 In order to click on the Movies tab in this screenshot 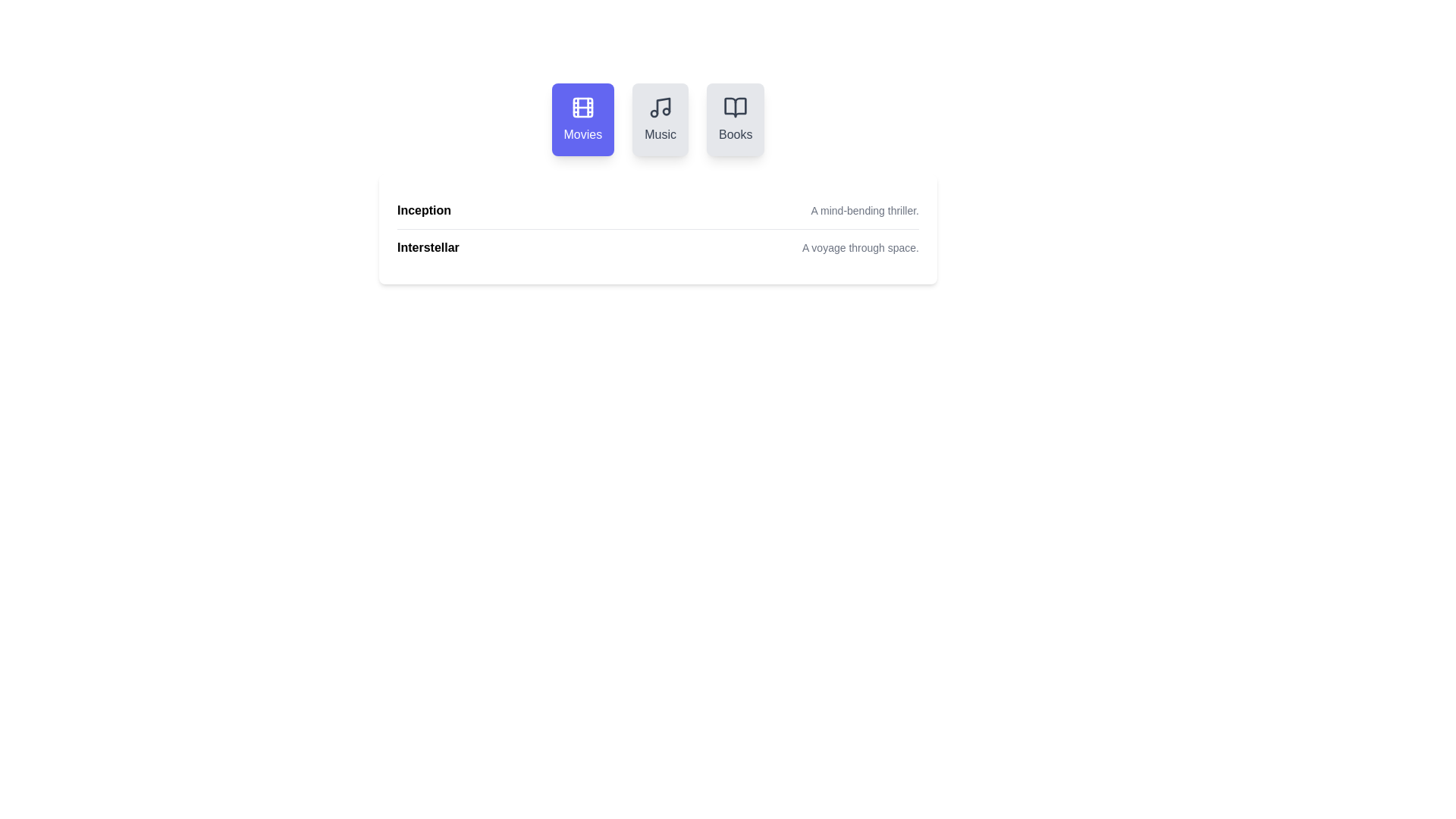, I will do `click(582, 119)`.